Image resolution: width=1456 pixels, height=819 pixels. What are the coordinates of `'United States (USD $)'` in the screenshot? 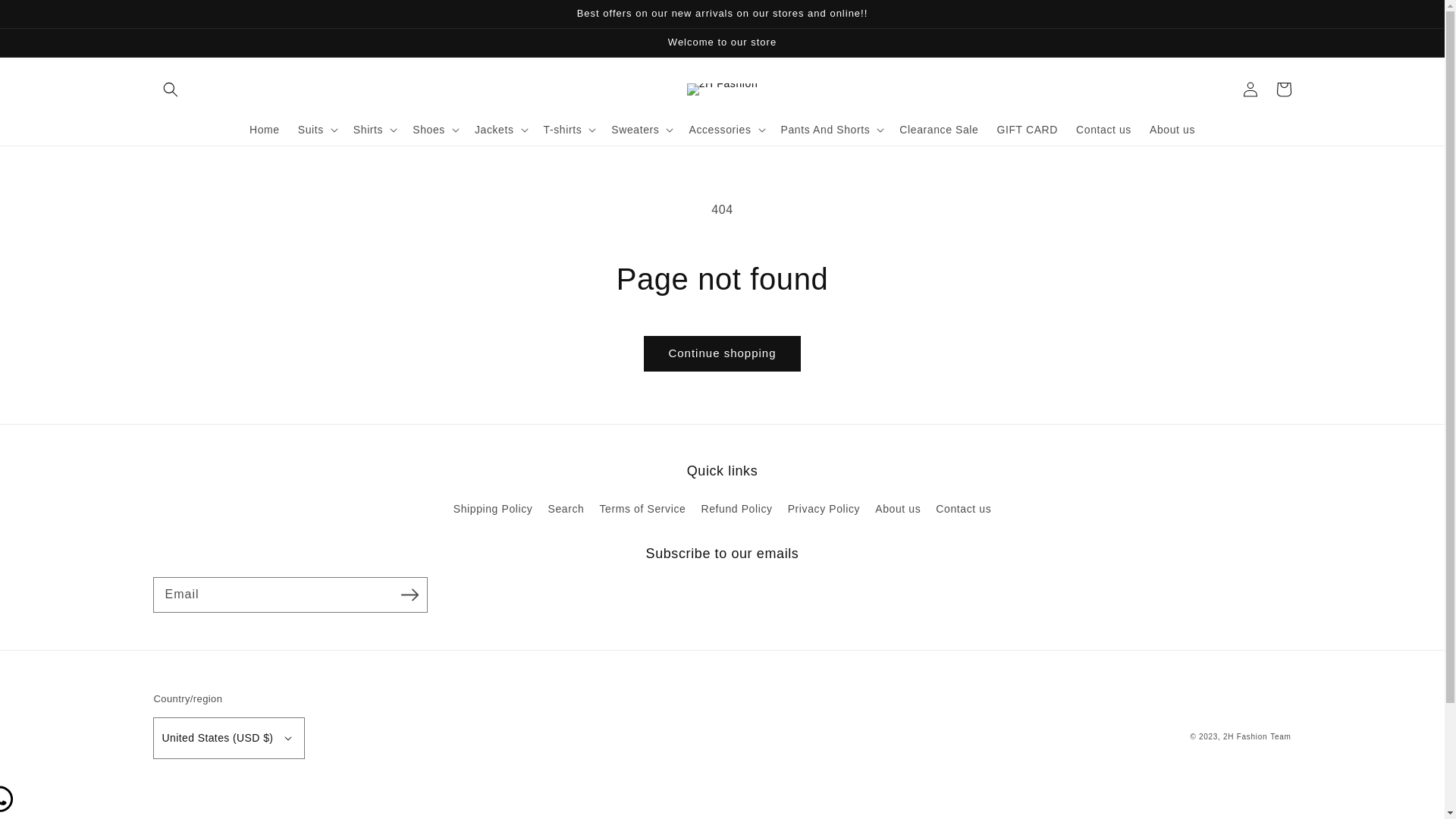 It's located at (152, 737).